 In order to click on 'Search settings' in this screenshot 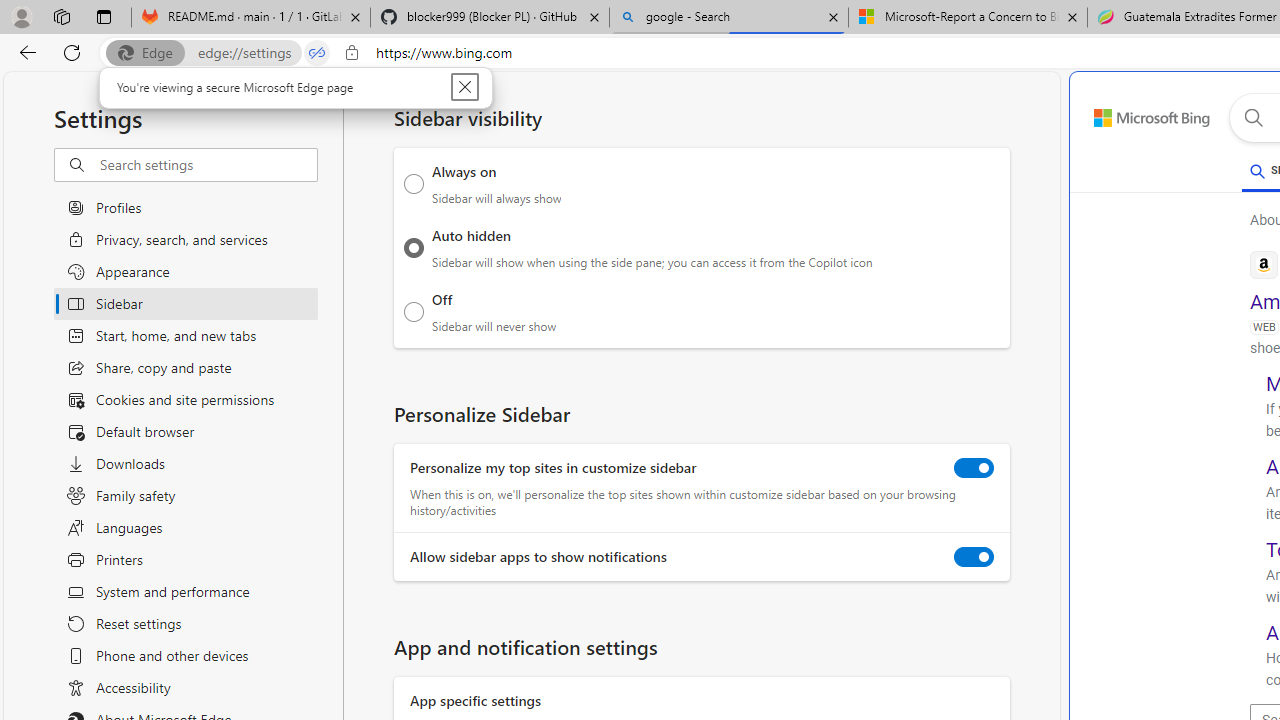, I will do `click(208, 164)`.